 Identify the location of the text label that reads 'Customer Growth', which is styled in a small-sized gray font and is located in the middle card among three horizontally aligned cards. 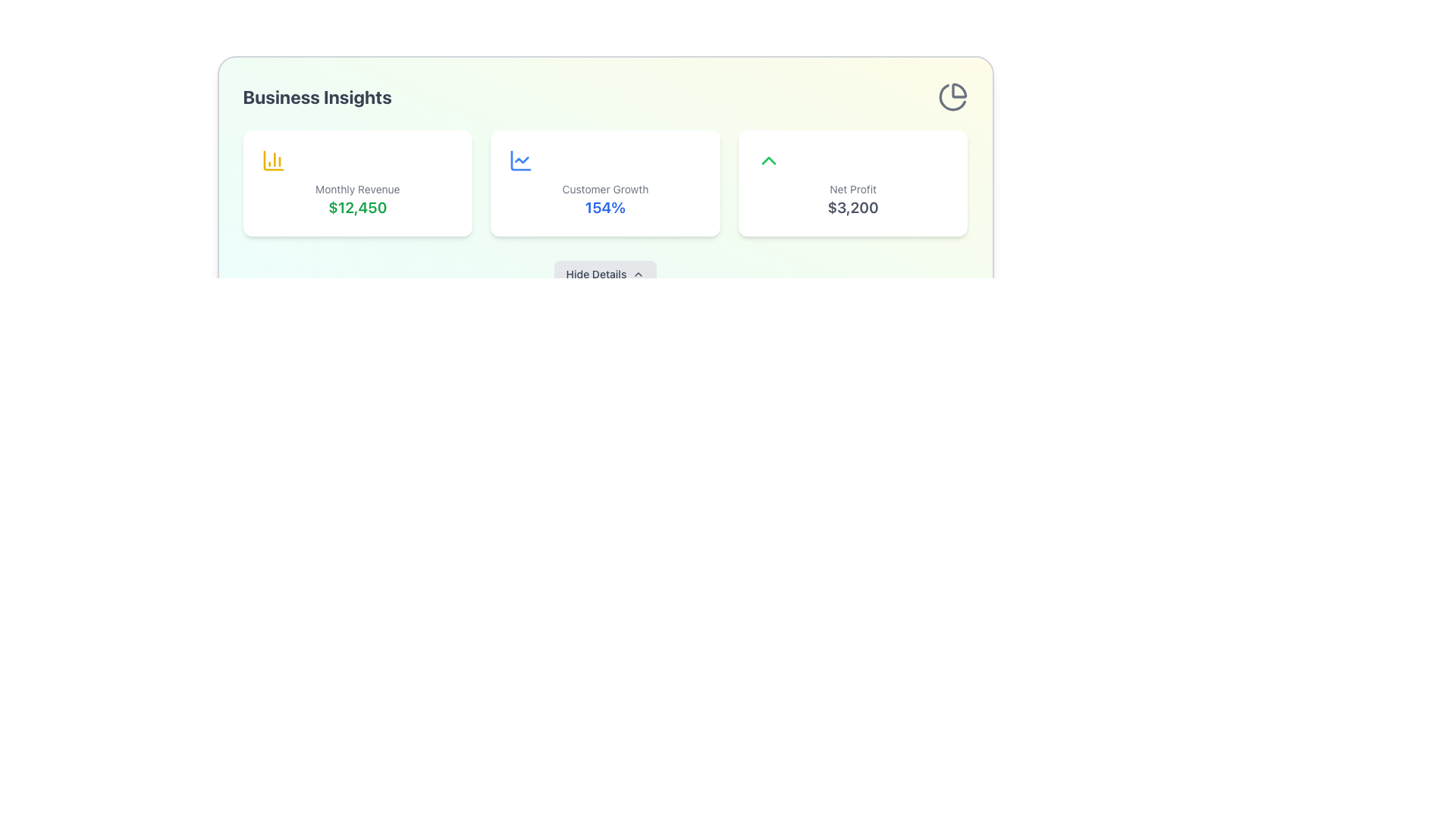
(604, 189).